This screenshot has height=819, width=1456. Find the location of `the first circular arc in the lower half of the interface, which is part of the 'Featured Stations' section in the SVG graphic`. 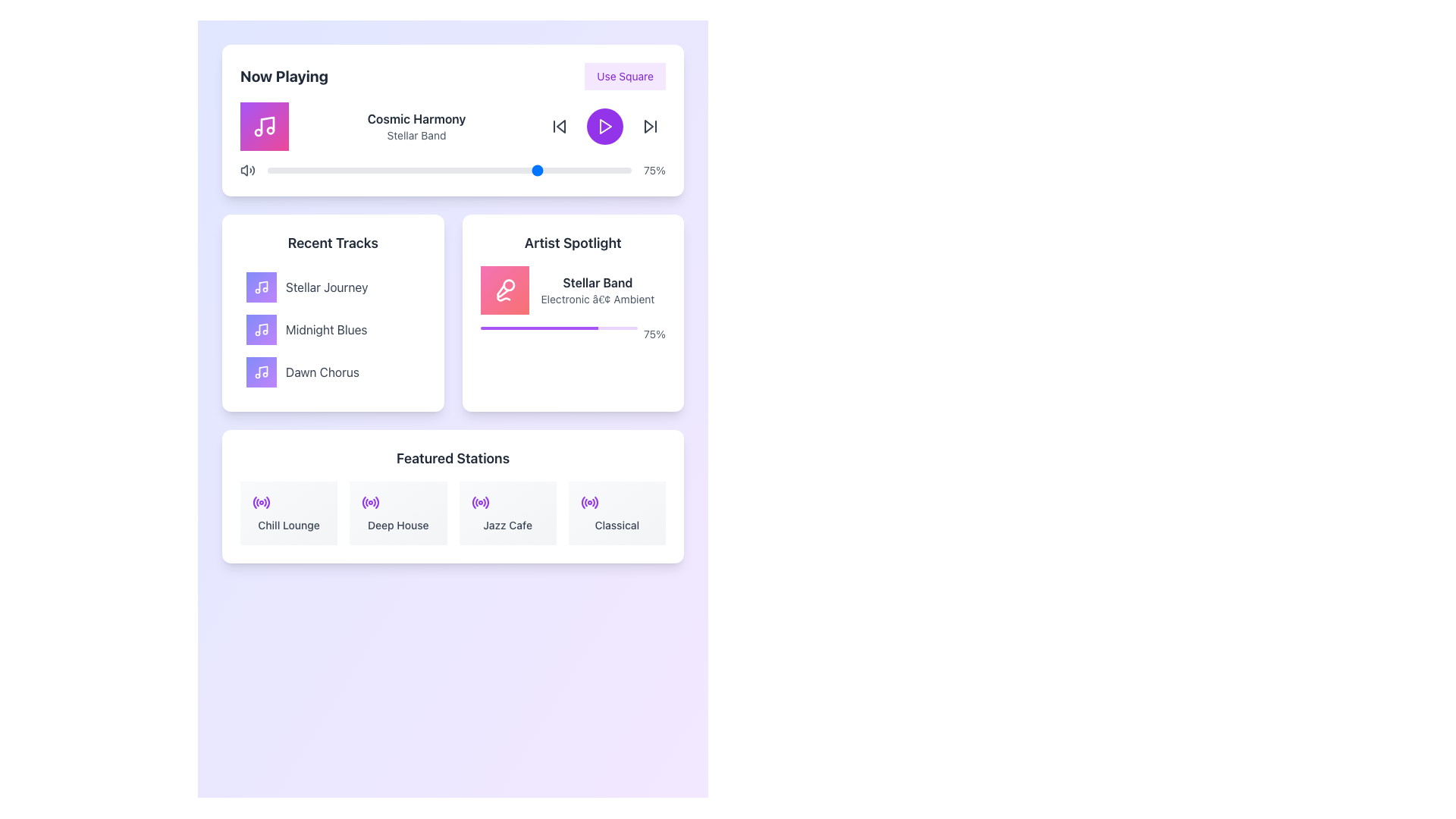

the first circular arc in the lower half of the interface, which is part of the 'Featured Stations' section in the SVG graphic is located at coordinates (255, 503).